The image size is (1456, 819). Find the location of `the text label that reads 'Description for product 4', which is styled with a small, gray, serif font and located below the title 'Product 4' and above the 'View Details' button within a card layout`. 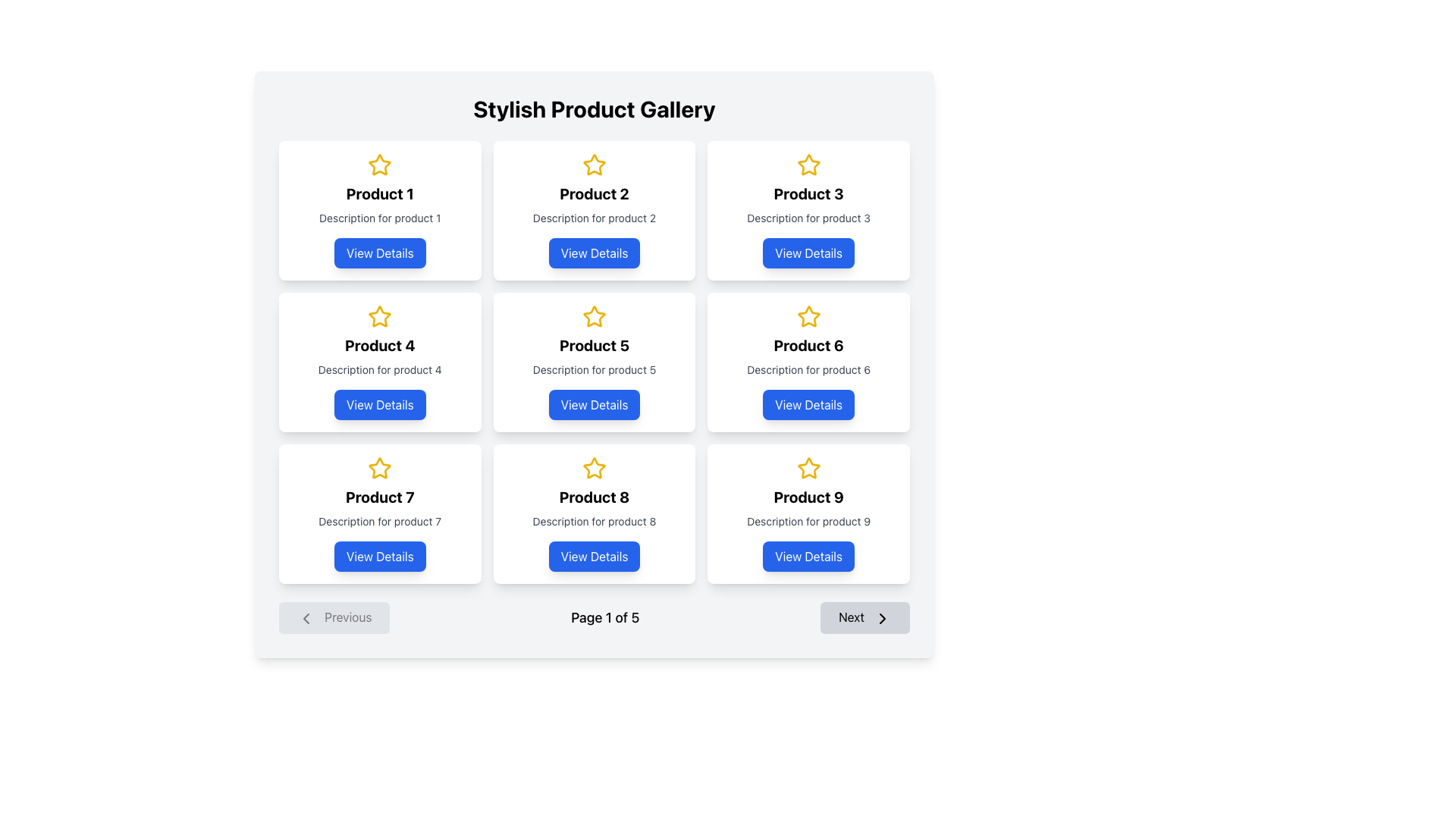

the text label that reads 'Description for product 4', which is styled with a small, gray, serif font and located below the title 'Product 4' and above the 'View Details' button within a card layout is located at coordinates (380, 370).